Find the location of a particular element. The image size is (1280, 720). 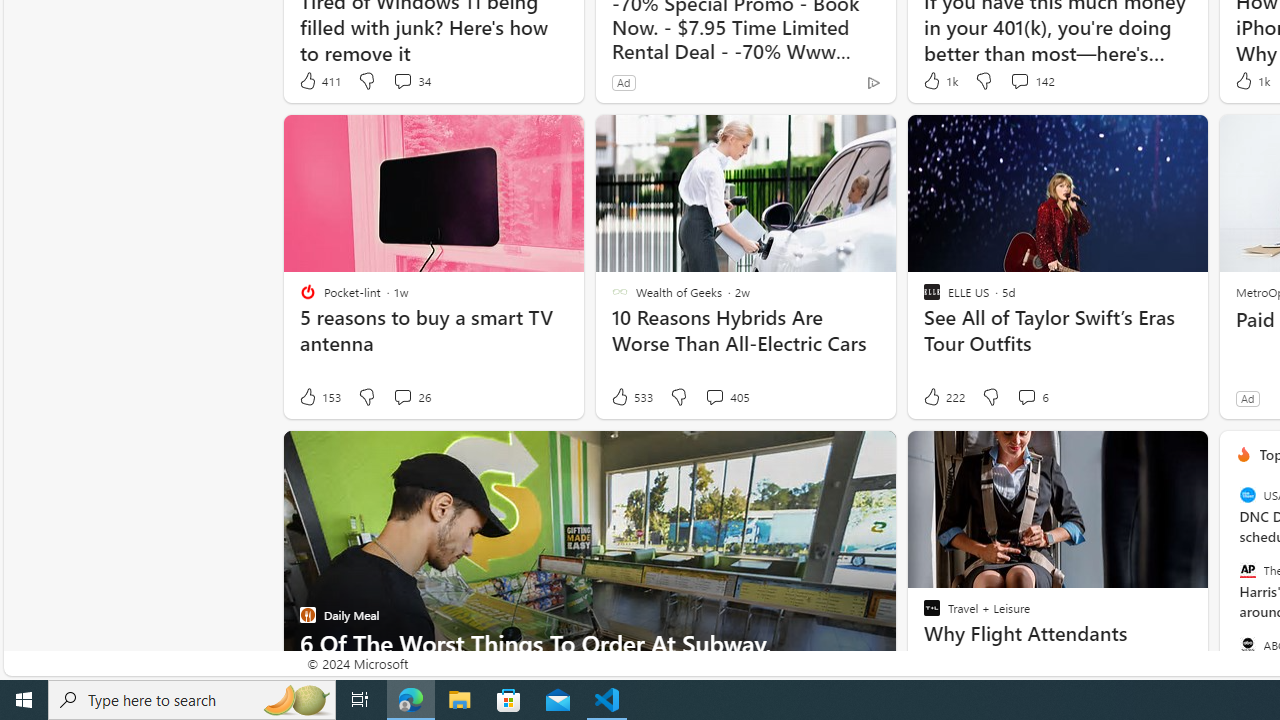

'411 Like' is located at coordinates (318, 80).